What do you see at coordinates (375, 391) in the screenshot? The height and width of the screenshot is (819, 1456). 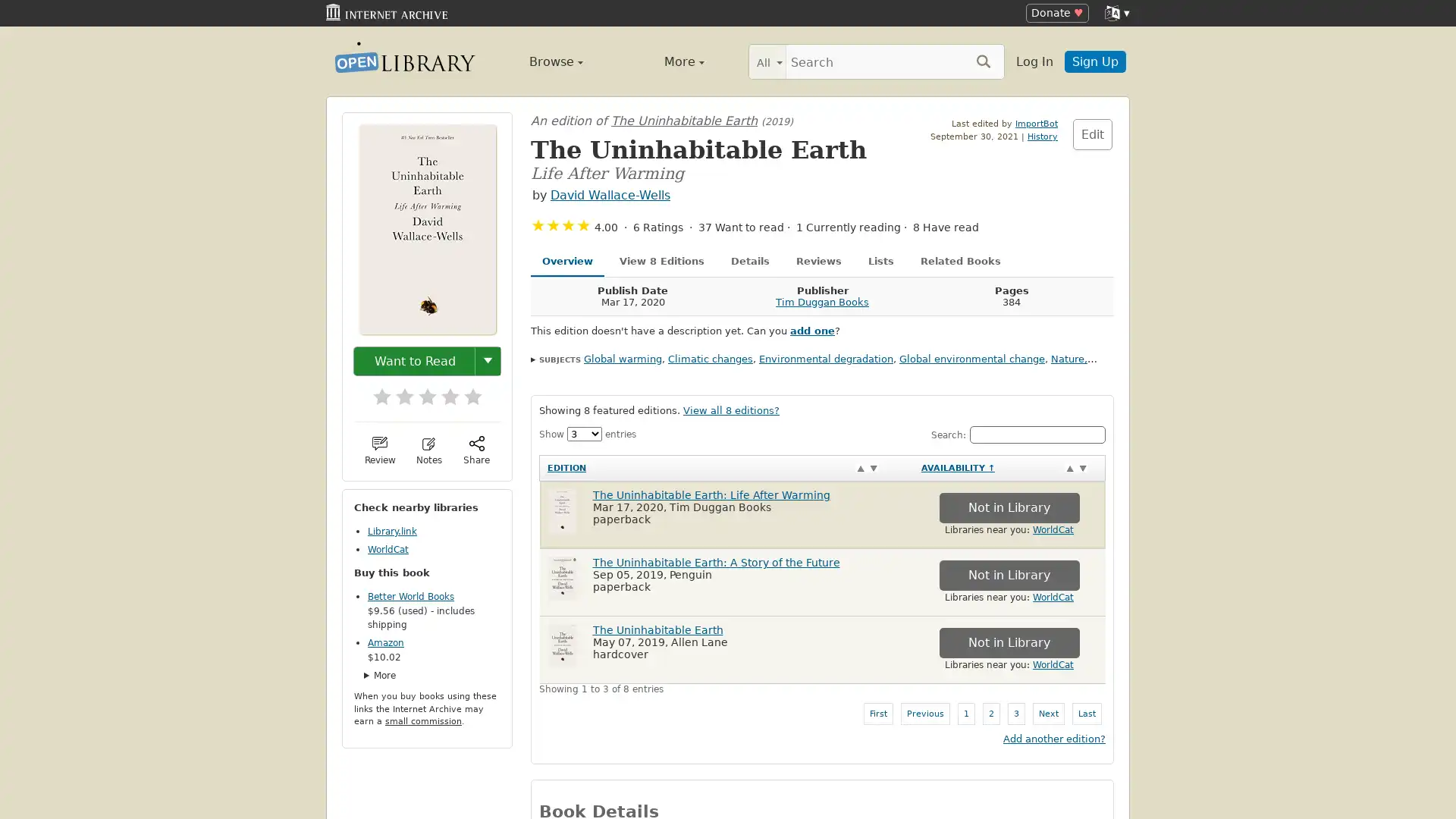 I see `1` at bounding box center [375, 391].